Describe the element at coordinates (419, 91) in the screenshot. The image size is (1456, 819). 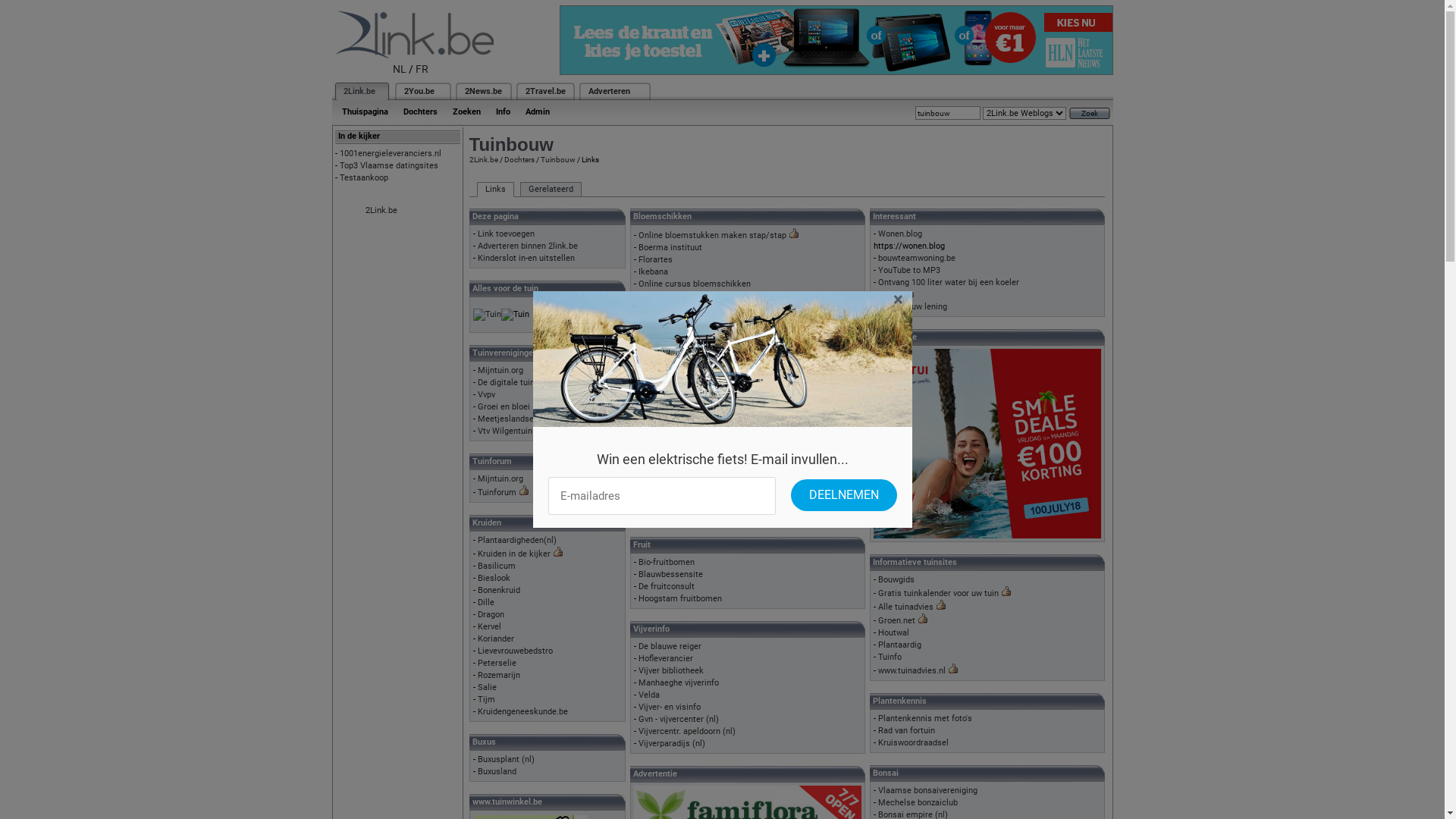
I see `'2You.be'` at that location.